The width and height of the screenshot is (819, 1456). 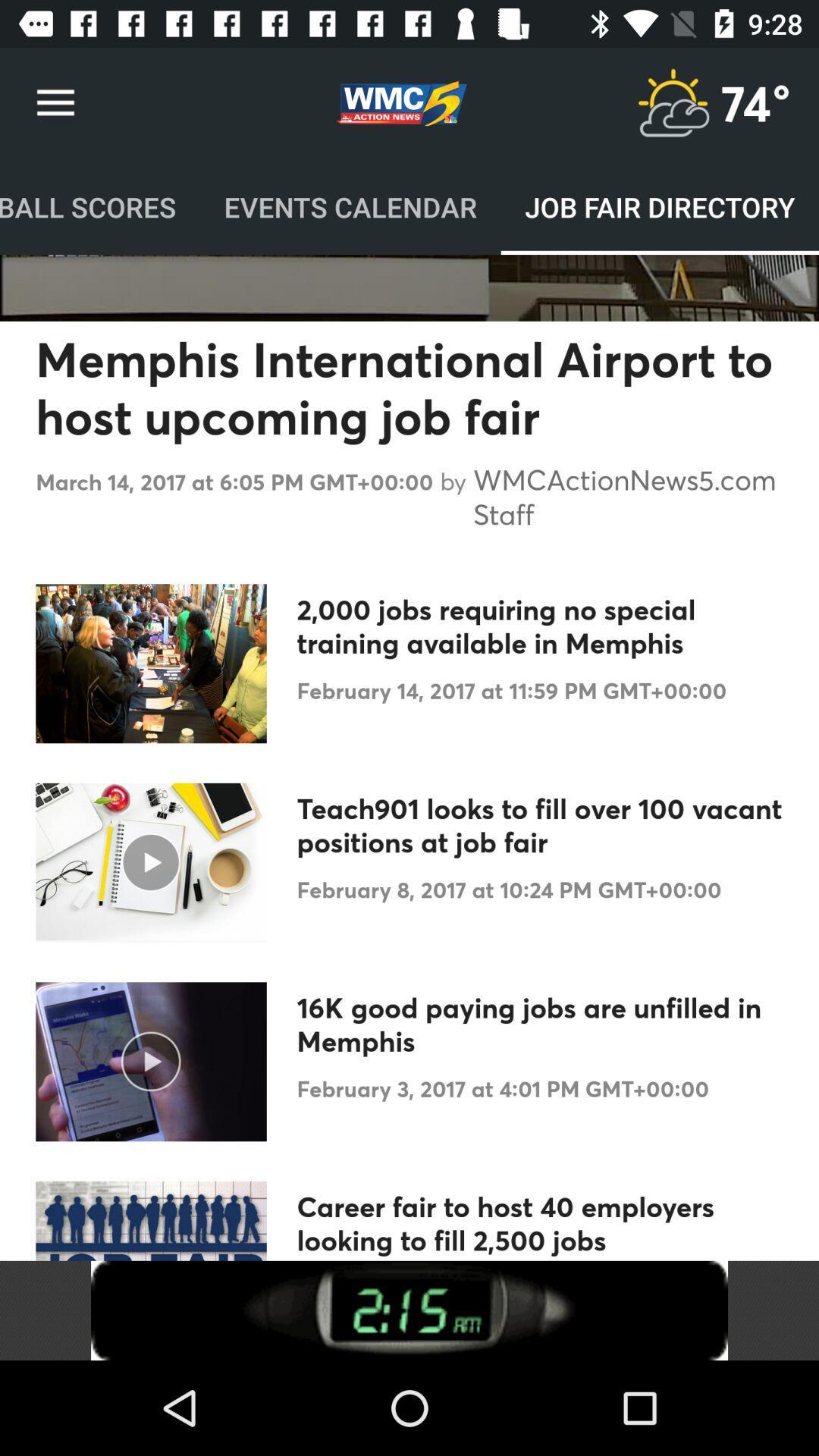 I want to click on weather conditions, so click(x=672, y=102).